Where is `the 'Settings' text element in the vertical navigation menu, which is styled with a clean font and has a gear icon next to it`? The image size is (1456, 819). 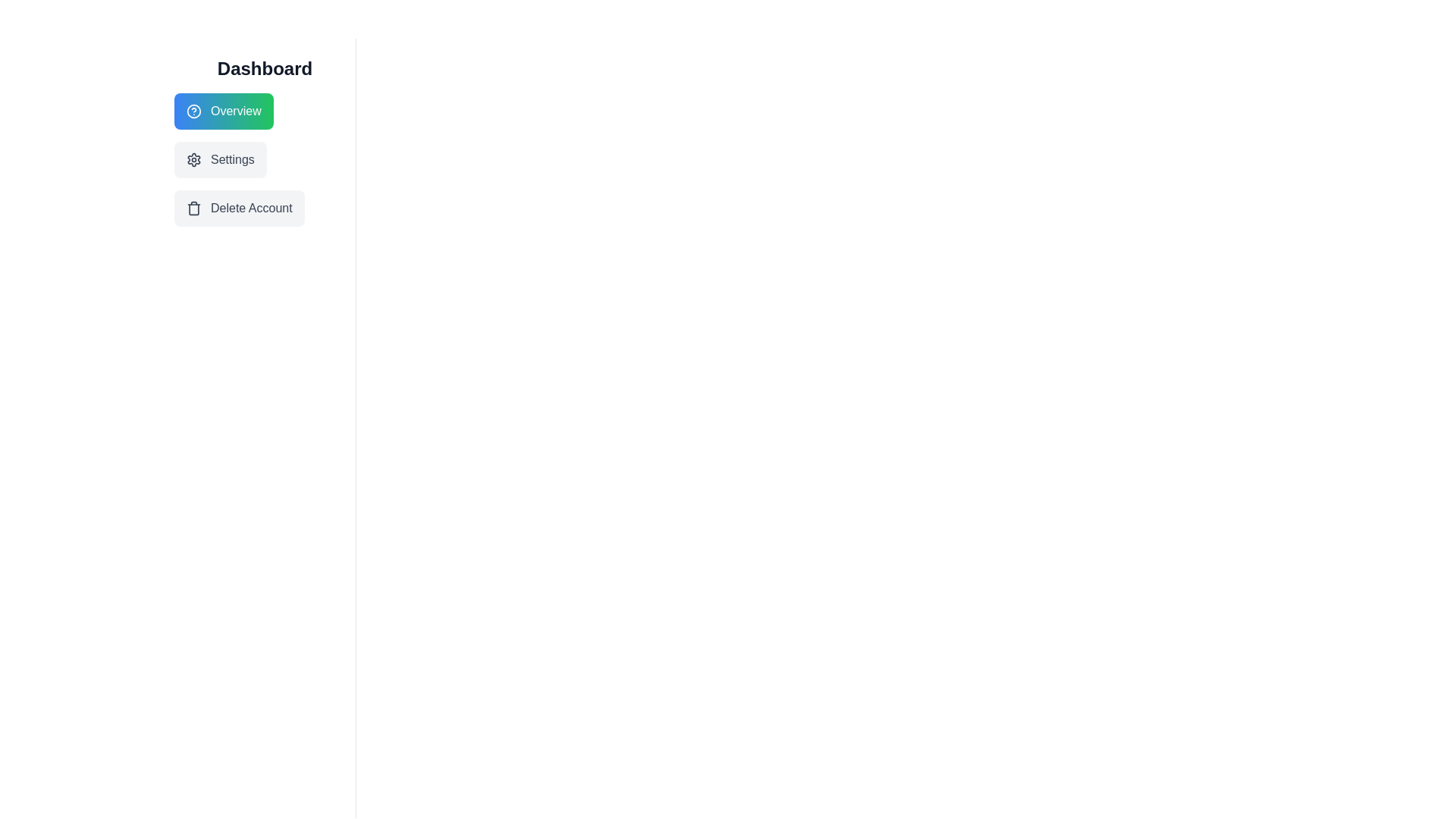 the 'Settings' text element in the vertical navigation menu, which is styled with a clean font and has a gear icon next to it is located at coordinates (231, 160).